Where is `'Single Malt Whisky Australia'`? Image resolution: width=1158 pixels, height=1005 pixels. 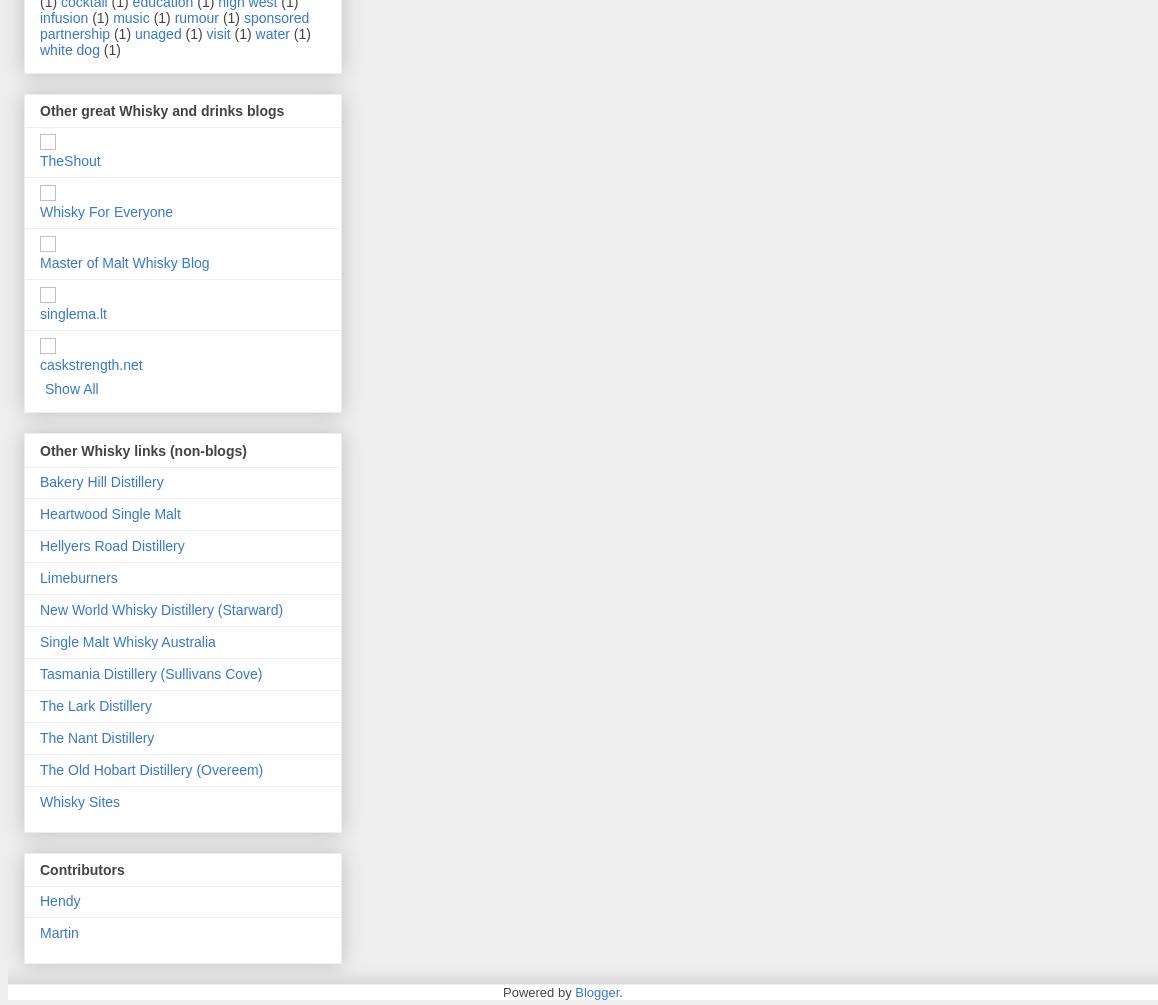
'Single Malt Whisky Australia' is located at coordinates (126, 639).